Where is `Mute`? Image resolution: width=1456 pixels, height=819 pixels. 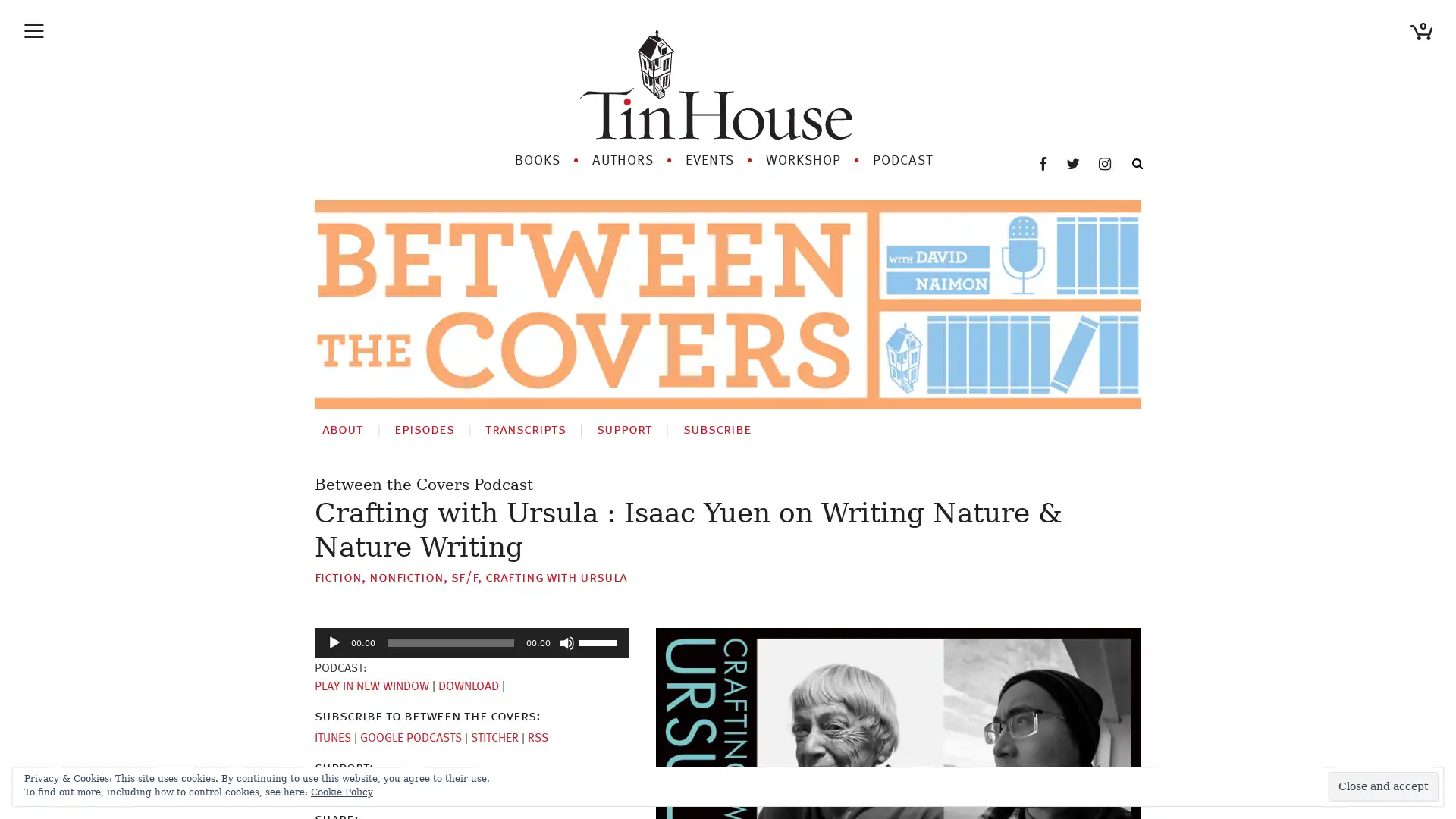 Mute is located at coordinates (566, 642).